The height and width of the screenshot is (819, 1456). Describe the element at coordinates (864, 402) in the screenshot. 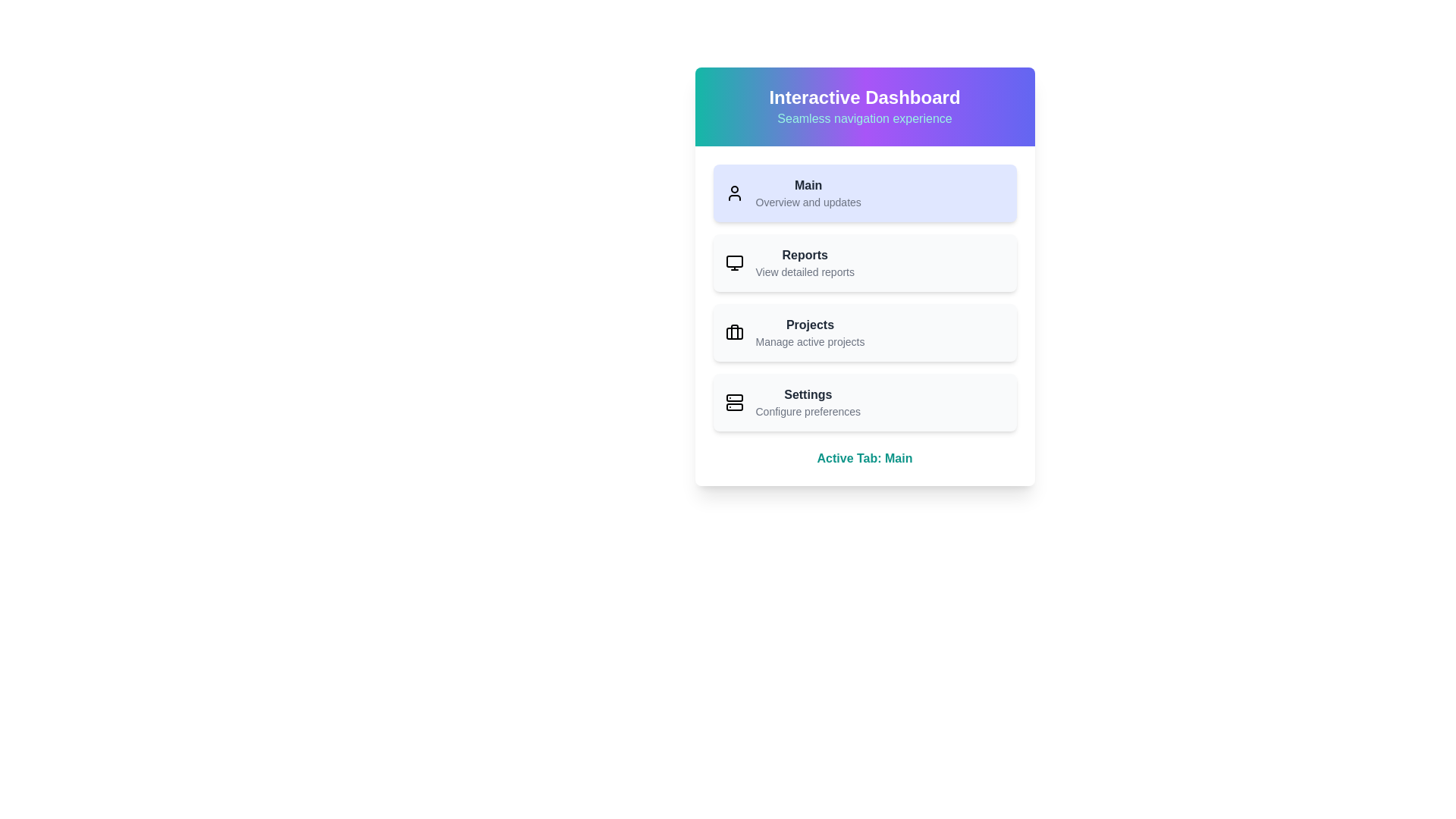

I see `the menu item Settings to view its hover effect` at that location.